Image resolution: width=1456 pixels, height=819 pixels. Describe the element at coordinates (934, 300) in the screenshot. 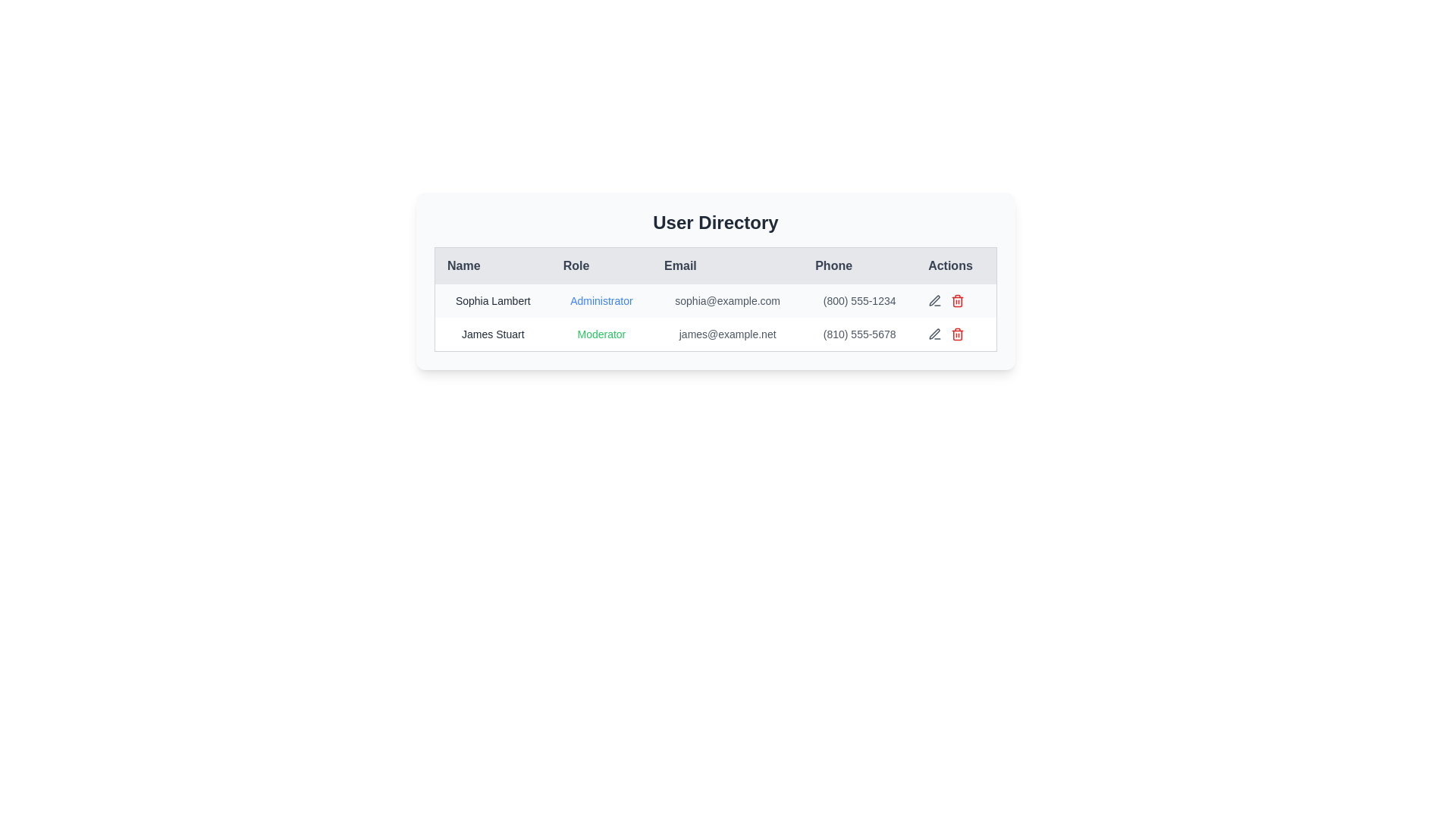

I see `the small, angled pen icon located in the Actions column of the second row of the user table to initiate edit mode` at that location.